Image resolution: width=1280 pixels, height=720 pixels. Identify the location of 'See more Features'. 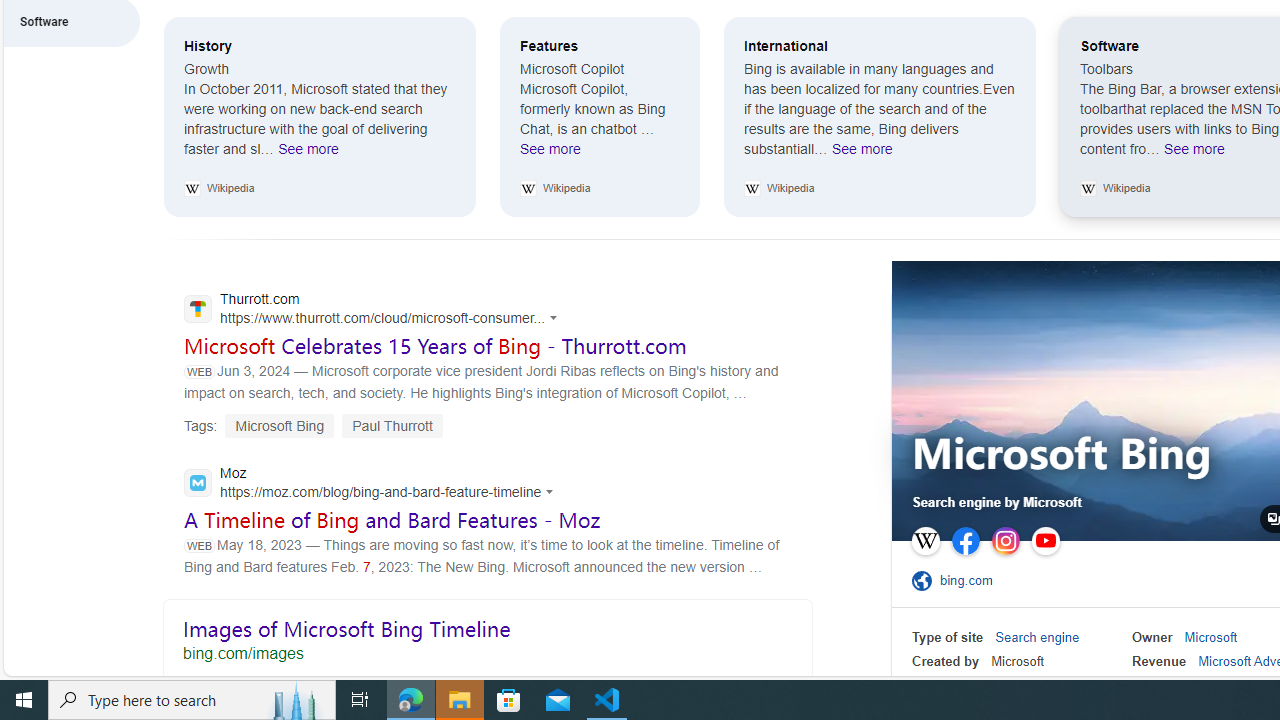
(550, 153).